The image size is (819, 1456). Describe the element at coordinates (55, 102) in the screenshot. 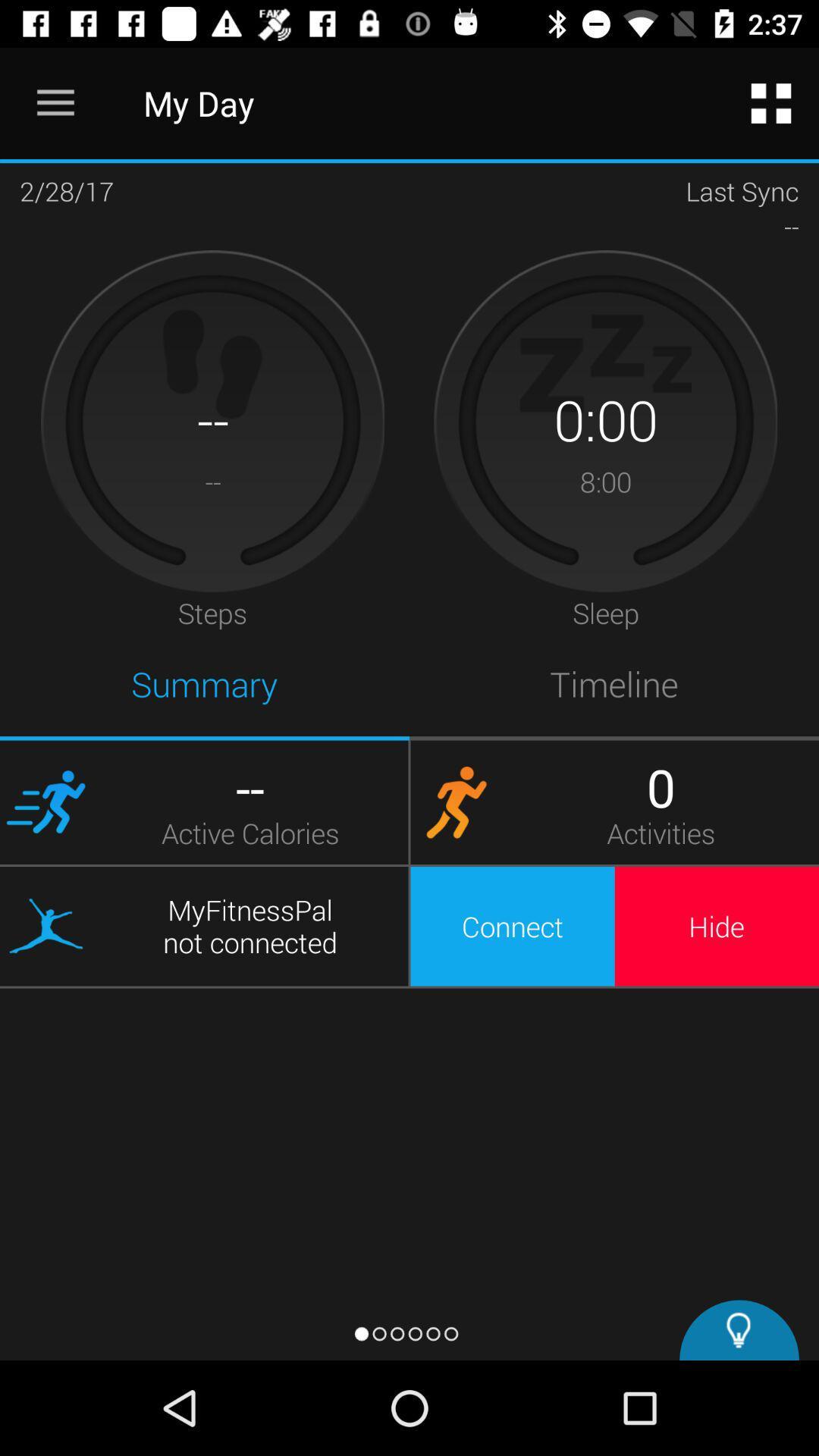

I see `the icon to the left of the my day item` at that location.